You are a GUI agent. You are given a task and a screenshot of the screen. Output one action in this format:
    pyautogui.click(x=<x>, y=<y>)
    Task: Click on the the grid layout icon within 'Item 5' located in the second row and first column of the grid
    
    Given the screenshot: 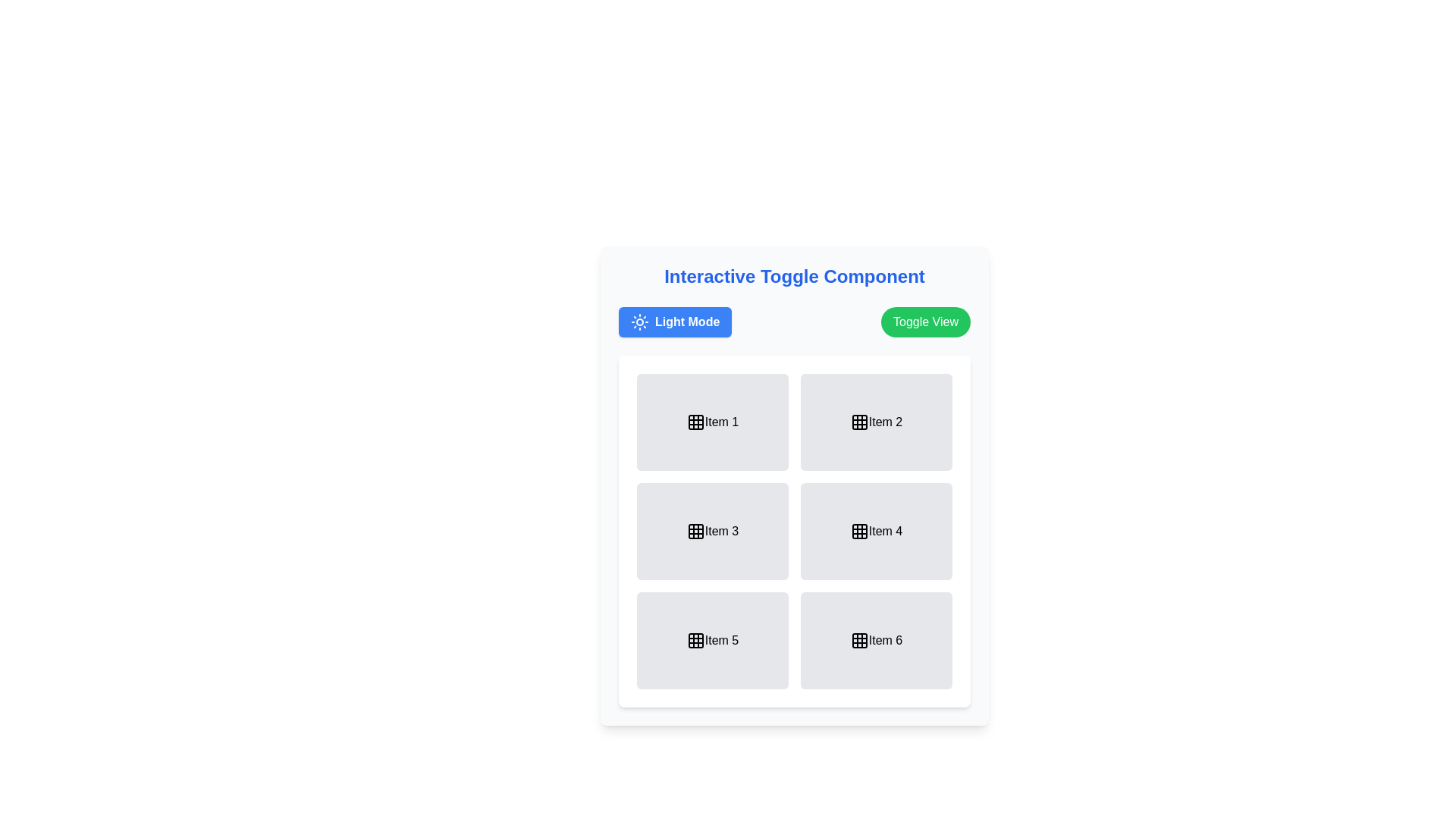 What is the action you would take?
    pyautogui.click(x=695, y=640)
    